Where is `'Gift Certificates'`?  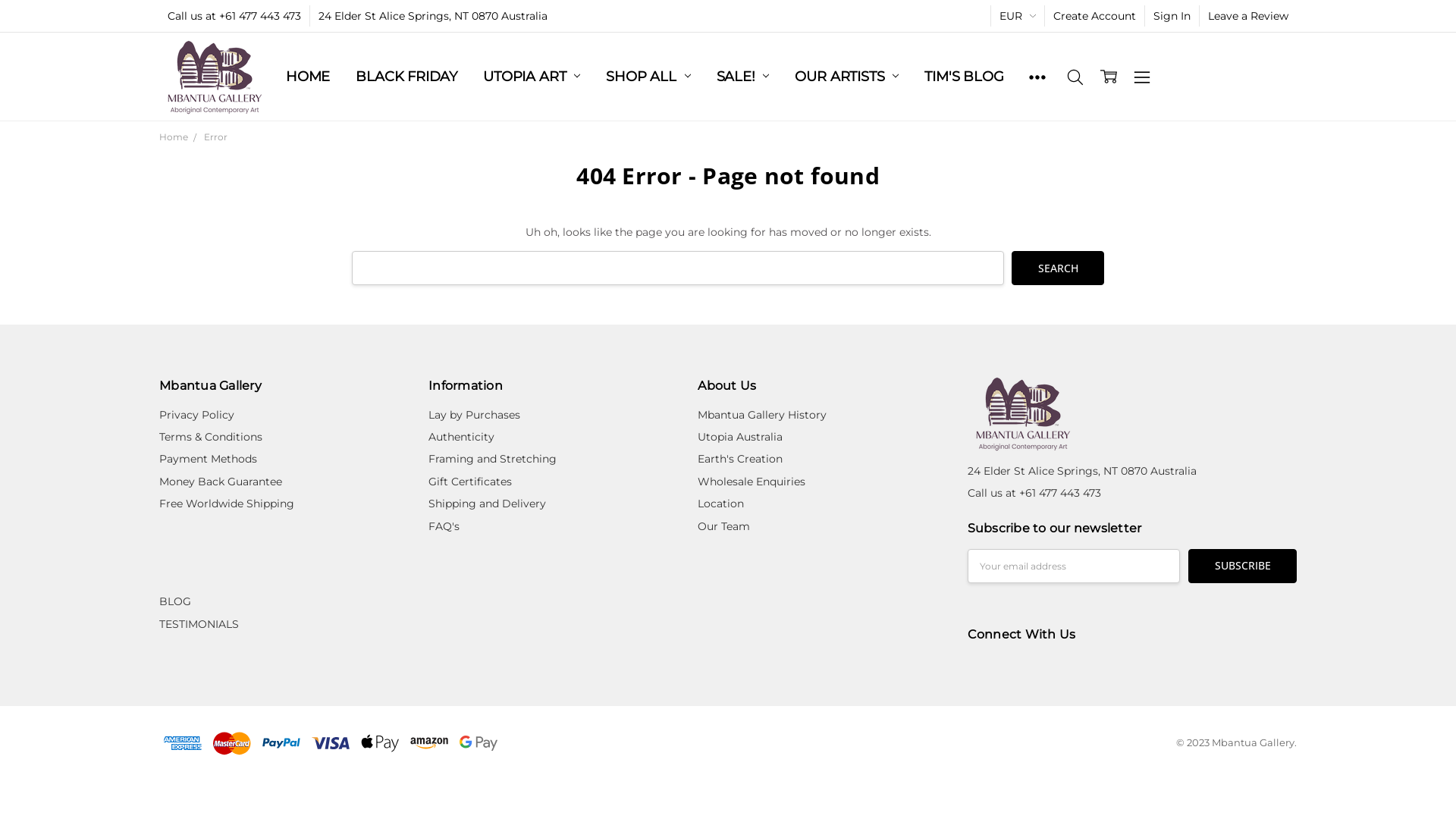 'Gift Certificates' is located at coordinates (428, 482).